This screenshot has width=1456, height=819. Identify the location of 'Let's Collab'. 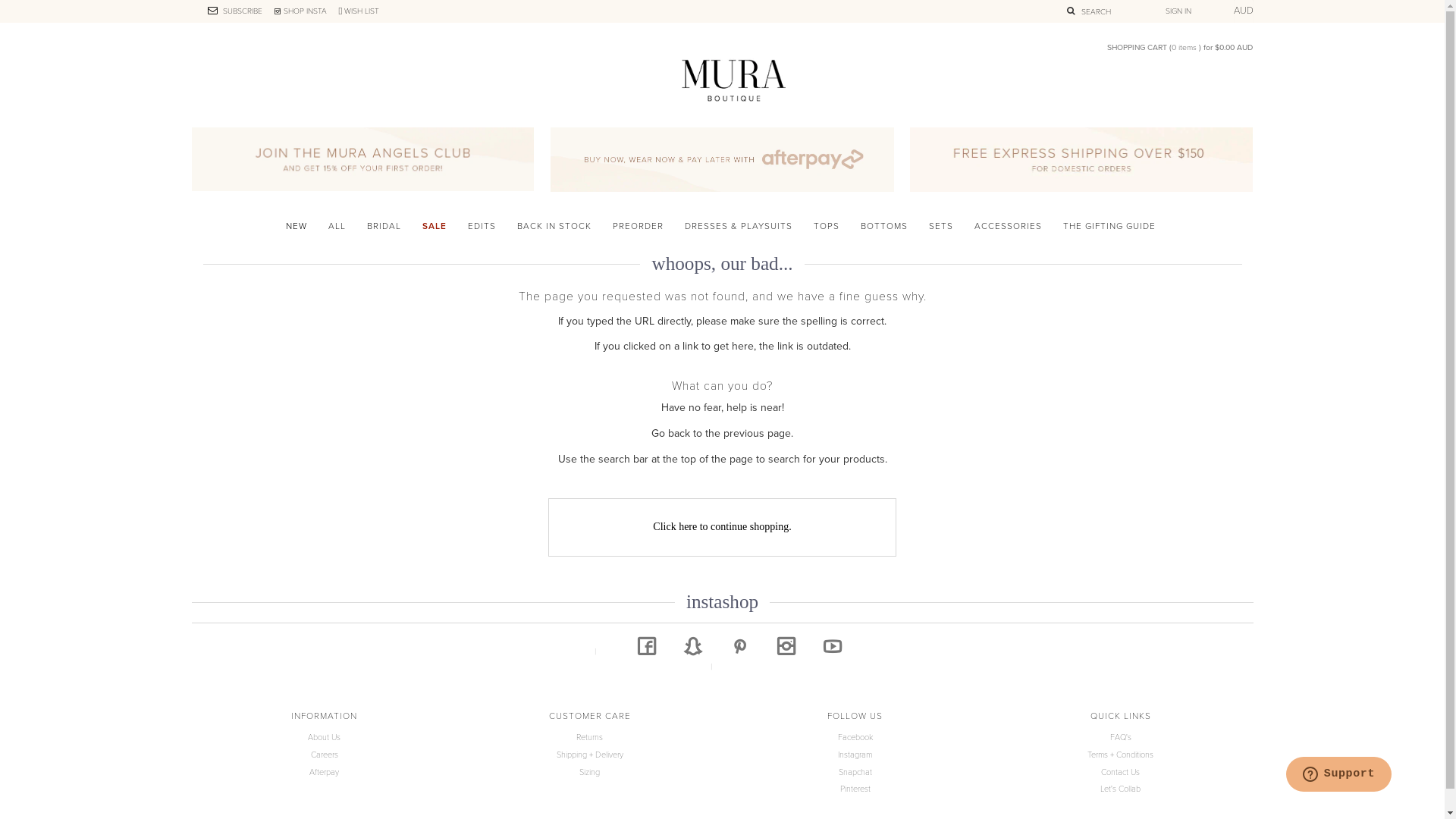
(1120, 788).